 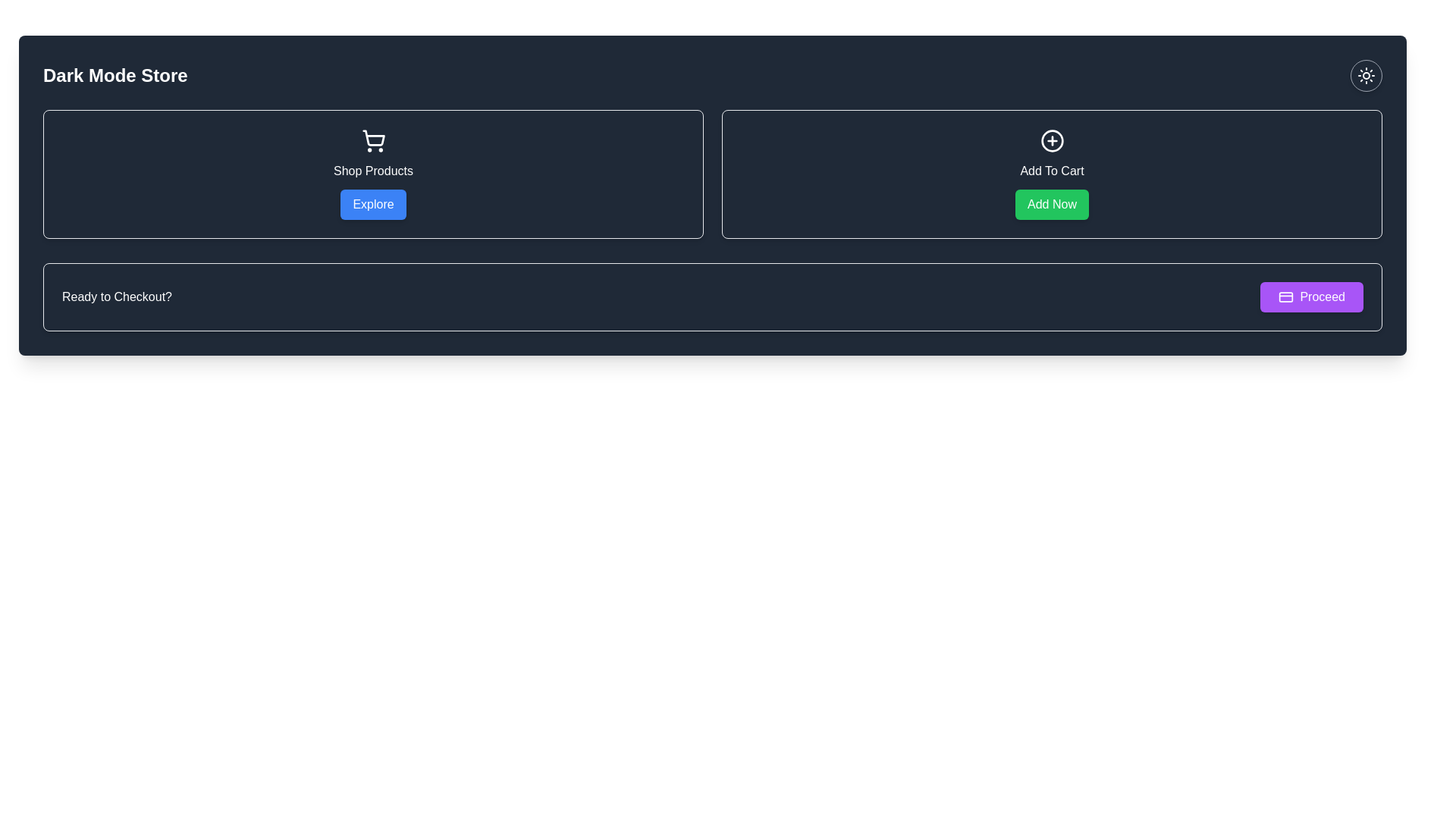 I want to click on the 'Add To Cart' text label, which is displayed in medium-weight font on a dark background, located below a circular icon with a plus sign, so click(x=1051, y=171).